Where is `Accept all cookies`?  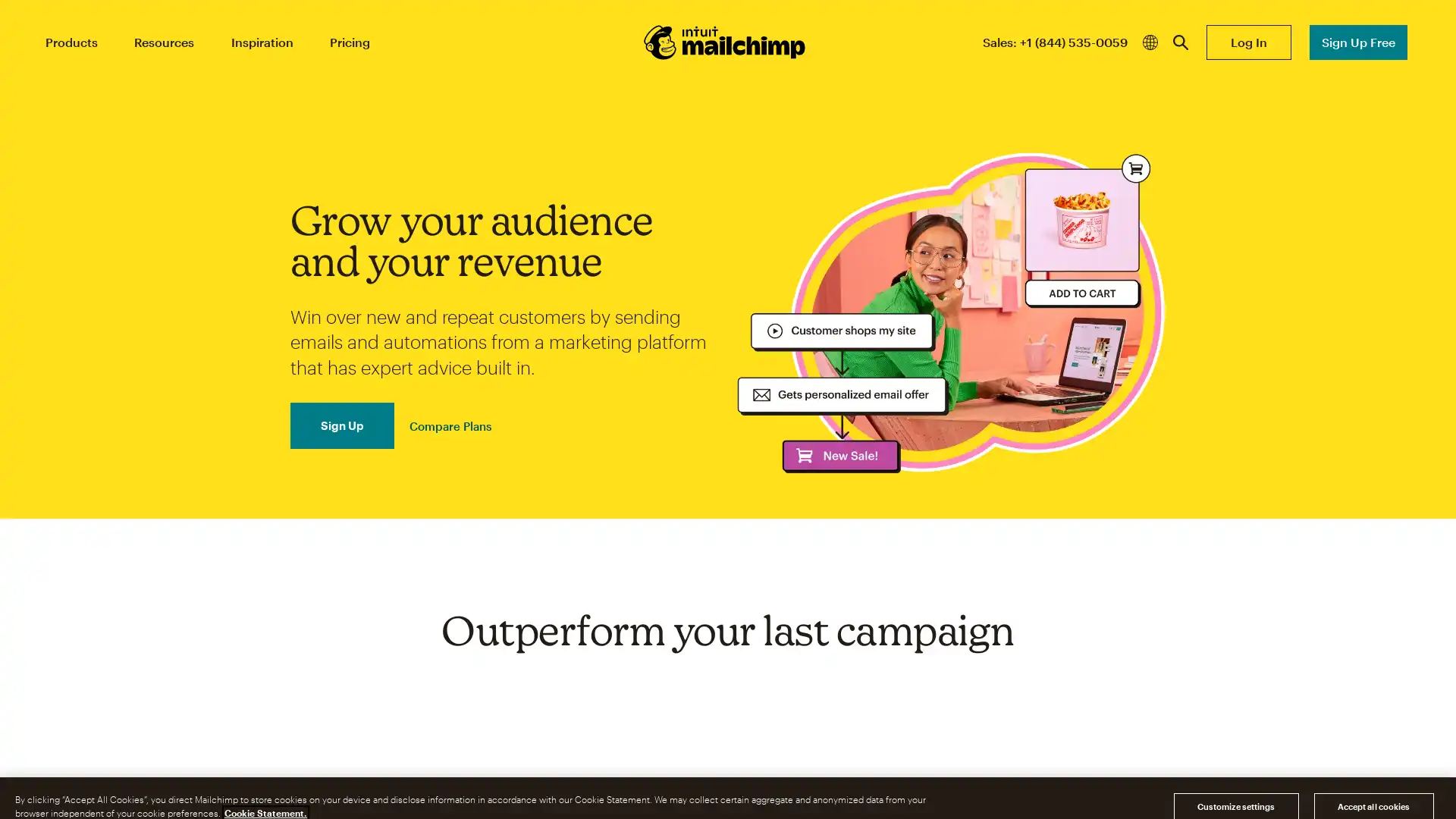 Accept all cookies is located at coordinates (1373, 789).